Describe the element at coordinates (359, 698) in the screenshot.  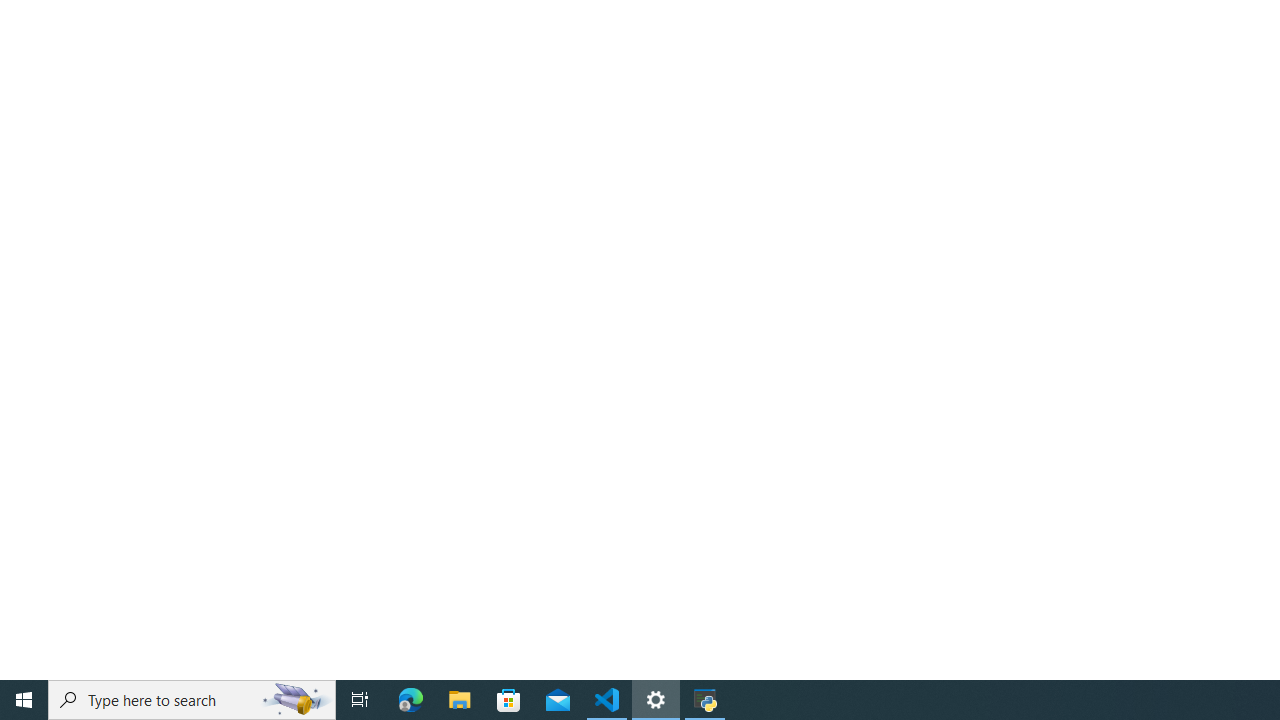
I see `'Task View'` at that location.